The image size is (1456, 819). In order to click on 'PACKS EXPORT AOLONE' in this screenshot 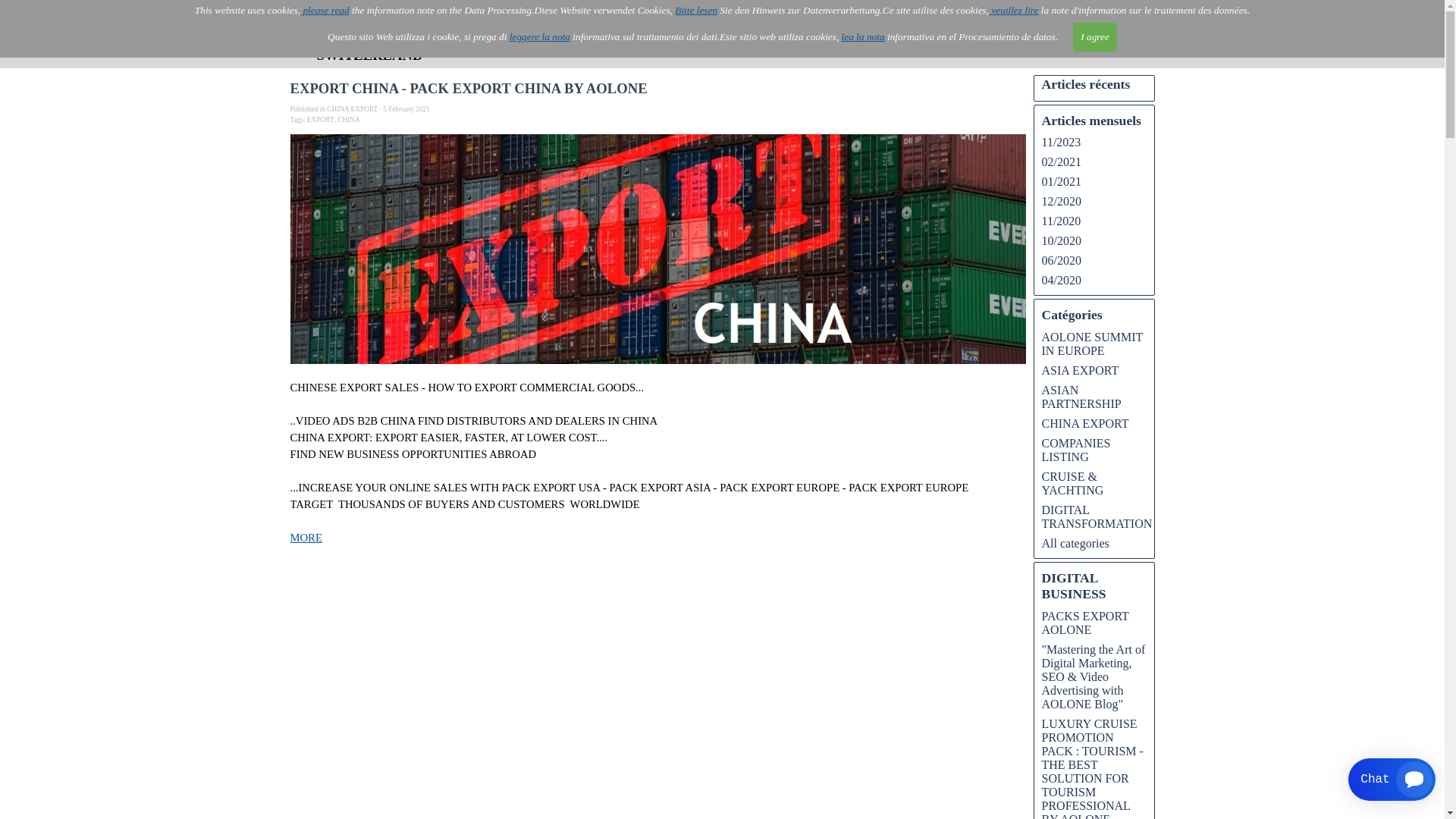, I will do `click(1040, 623)`.